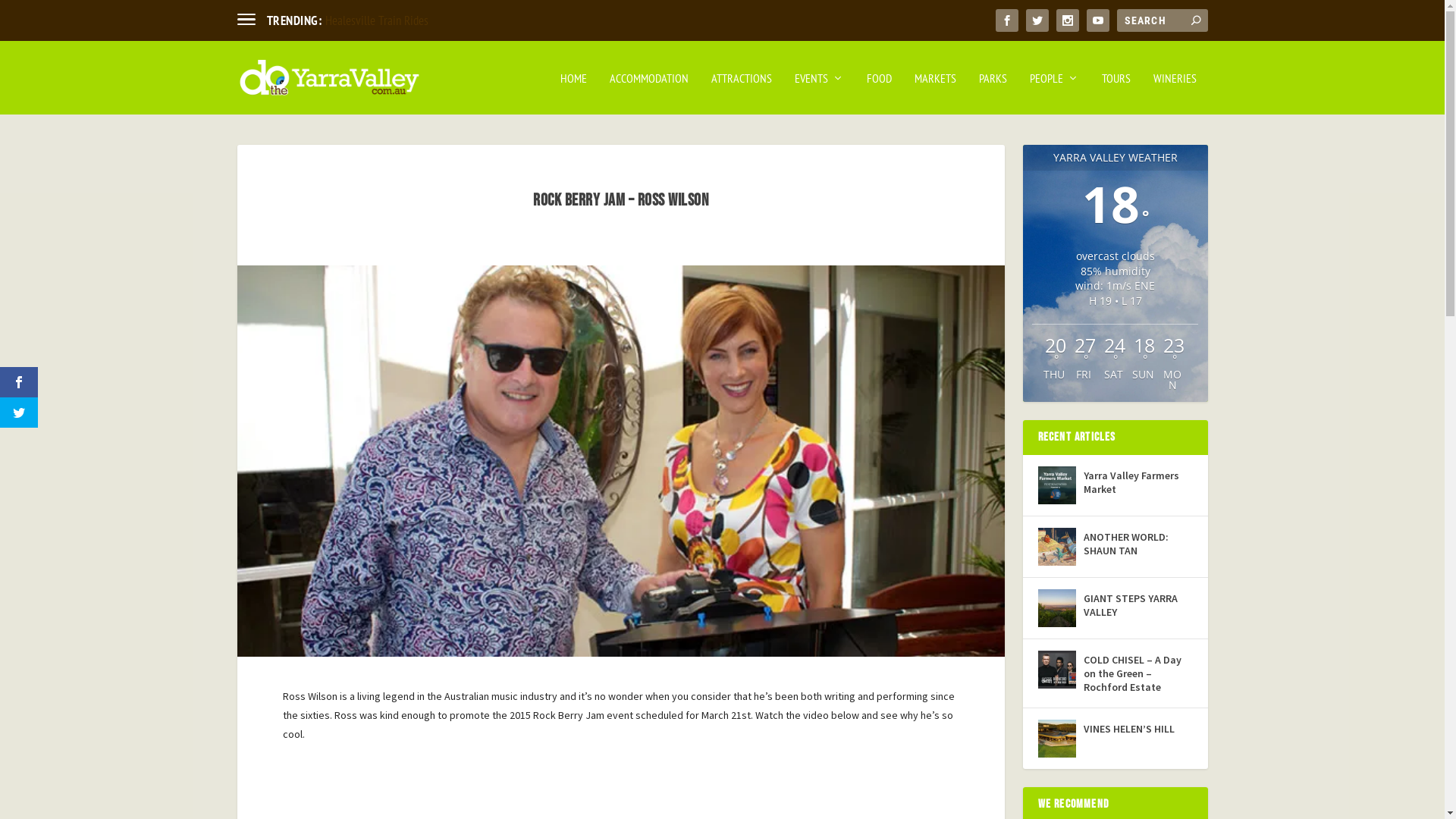  What do you see at coordinates (878, 93) in the screenshot?
I see `'FOOD'` at bounding box center [878, 93].